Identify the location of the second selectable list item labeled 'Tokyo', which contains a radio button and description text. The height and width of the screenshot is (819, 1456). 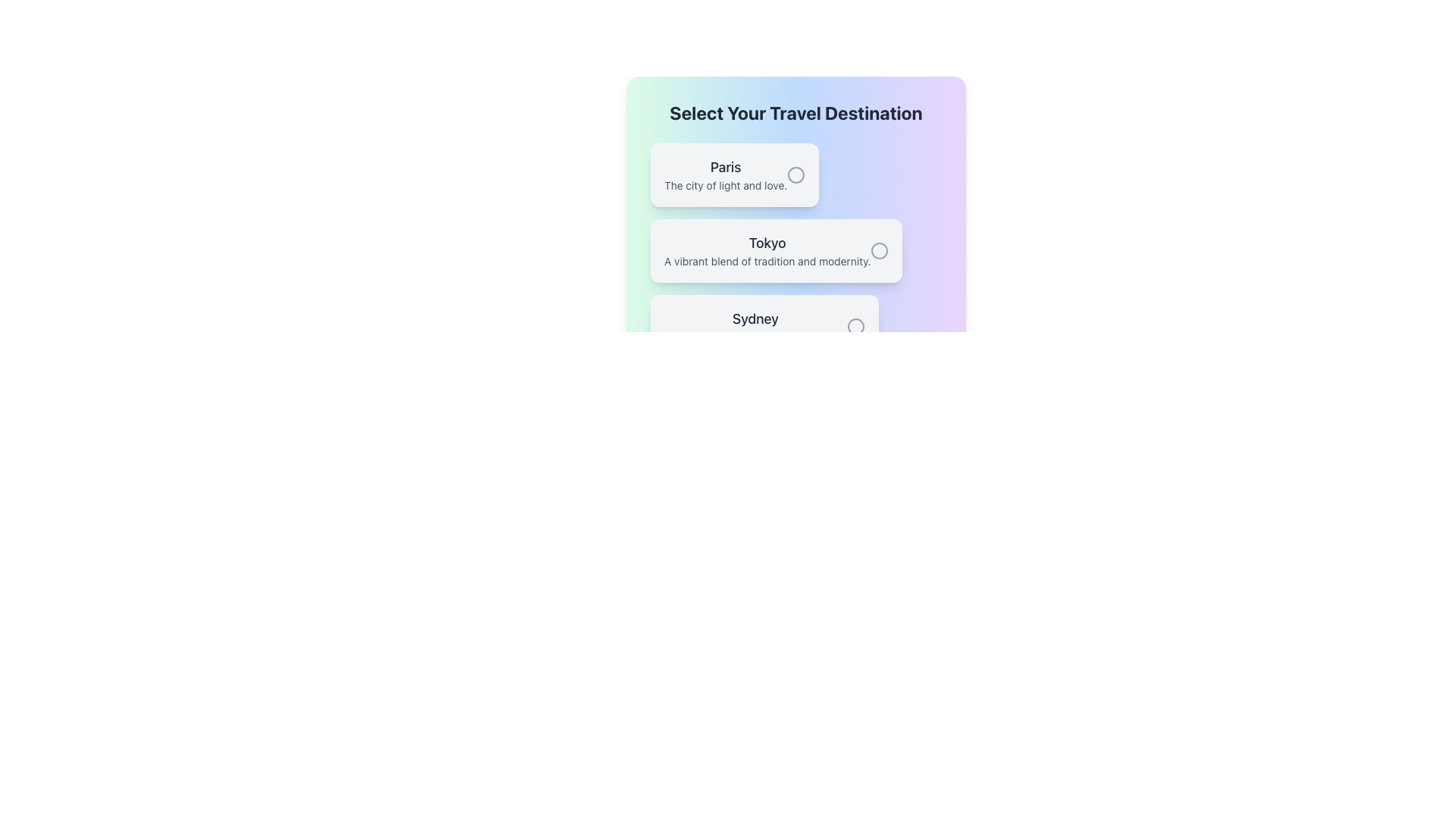
(795, 250).